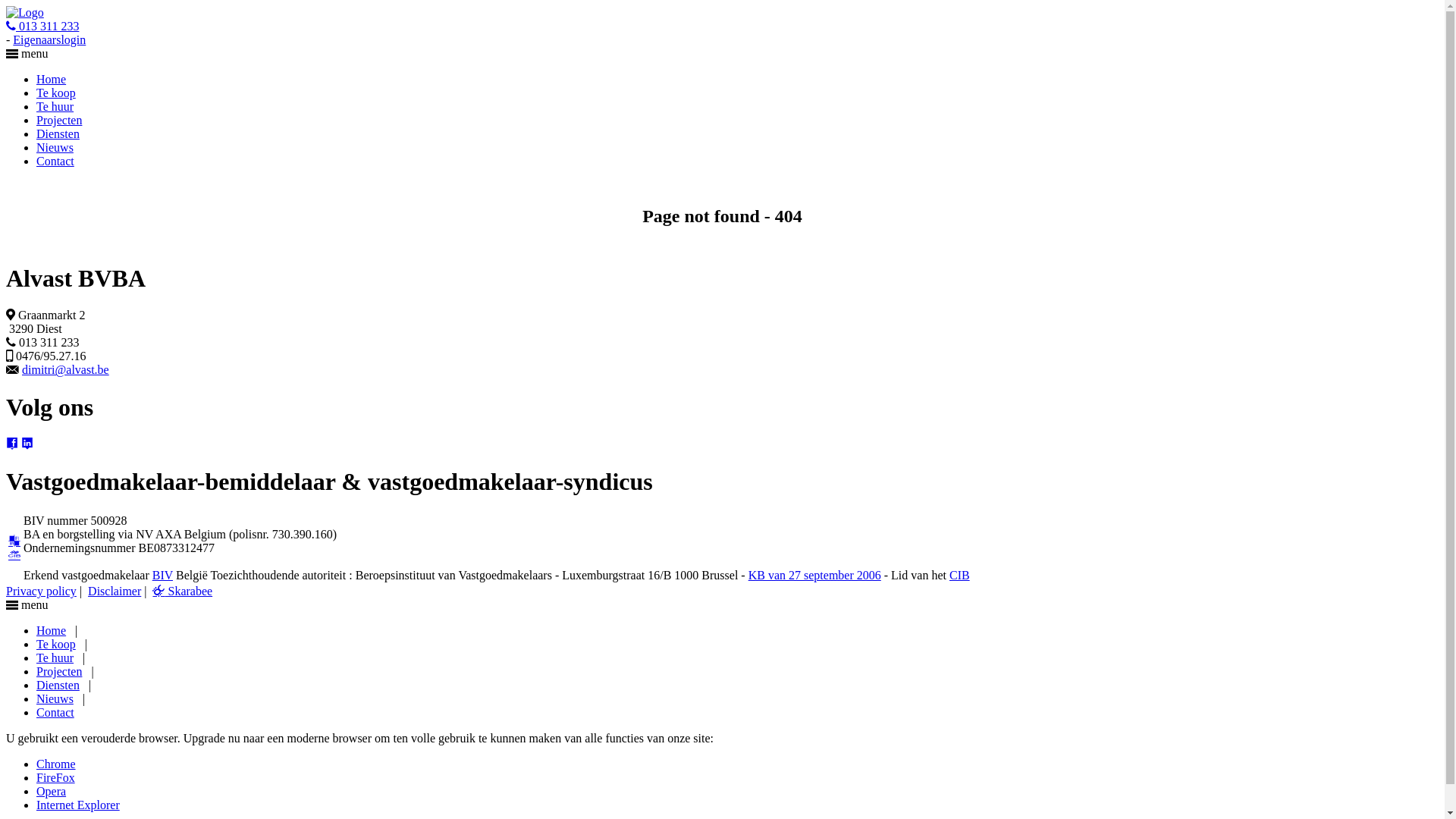 This screenshot has width=1456, height=819. Describe the element at coordinates (113, 590) in the screenshot. I see `'Disclaimer'` at that location.